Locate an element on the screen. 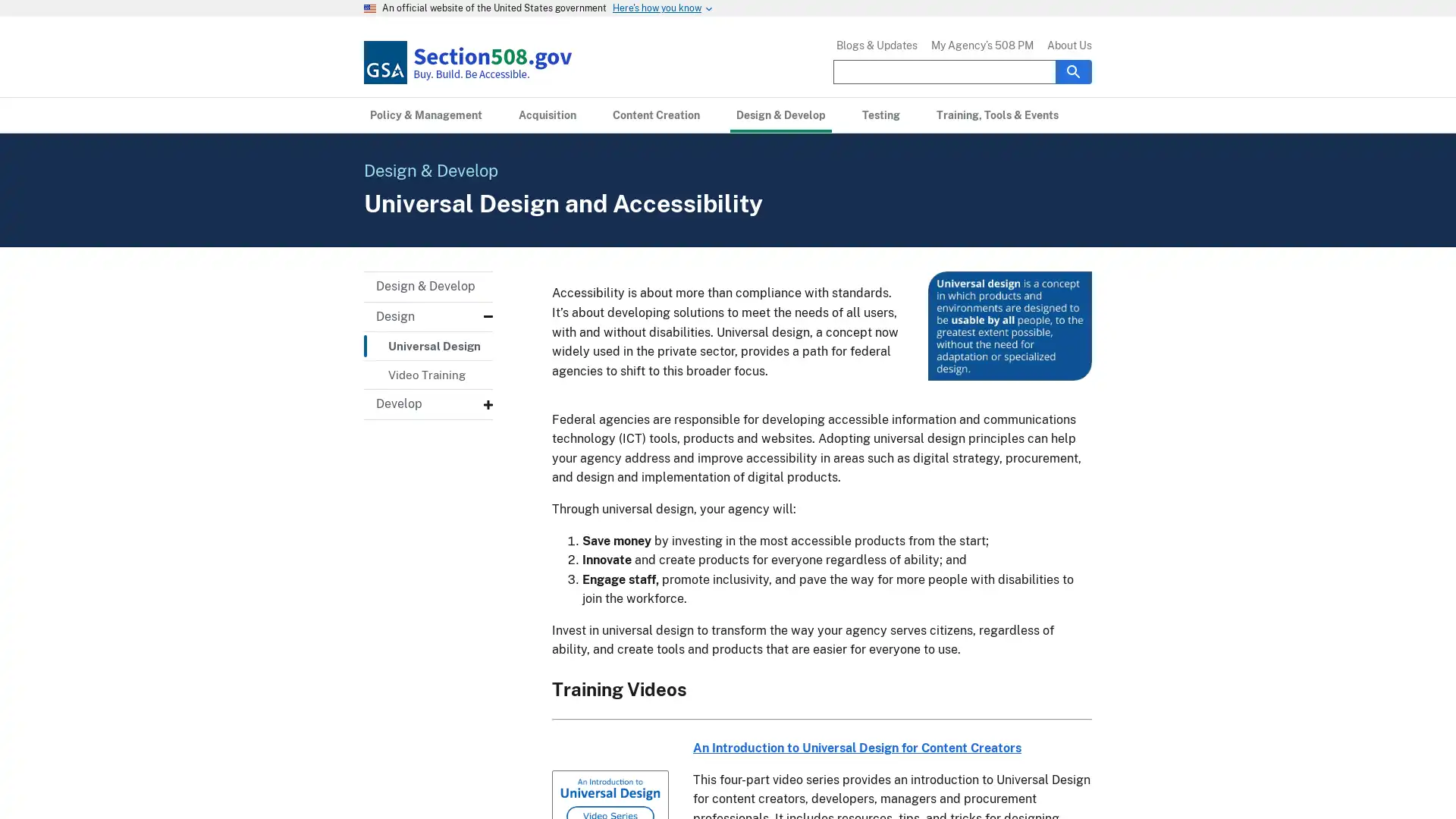 This screenshot has height=819, width=1456. Here's how you know is located at coordinates (657, 8).